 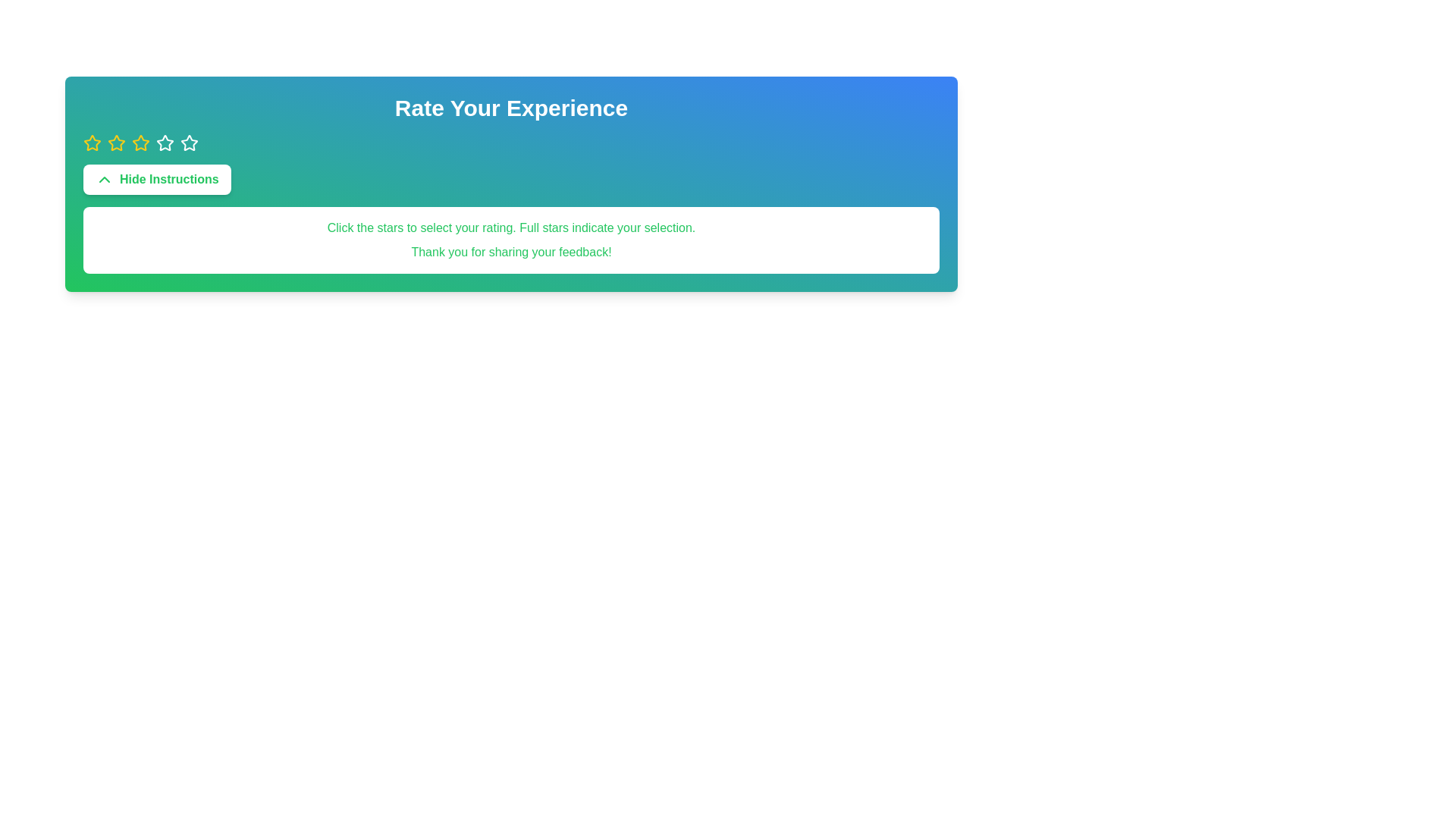 What do you see at coordinates (188, 143) in the screenshot?
I see `the fifth star icon in the rating system located under 'Rate Your Experience.'` at bounding box center [188, 143].